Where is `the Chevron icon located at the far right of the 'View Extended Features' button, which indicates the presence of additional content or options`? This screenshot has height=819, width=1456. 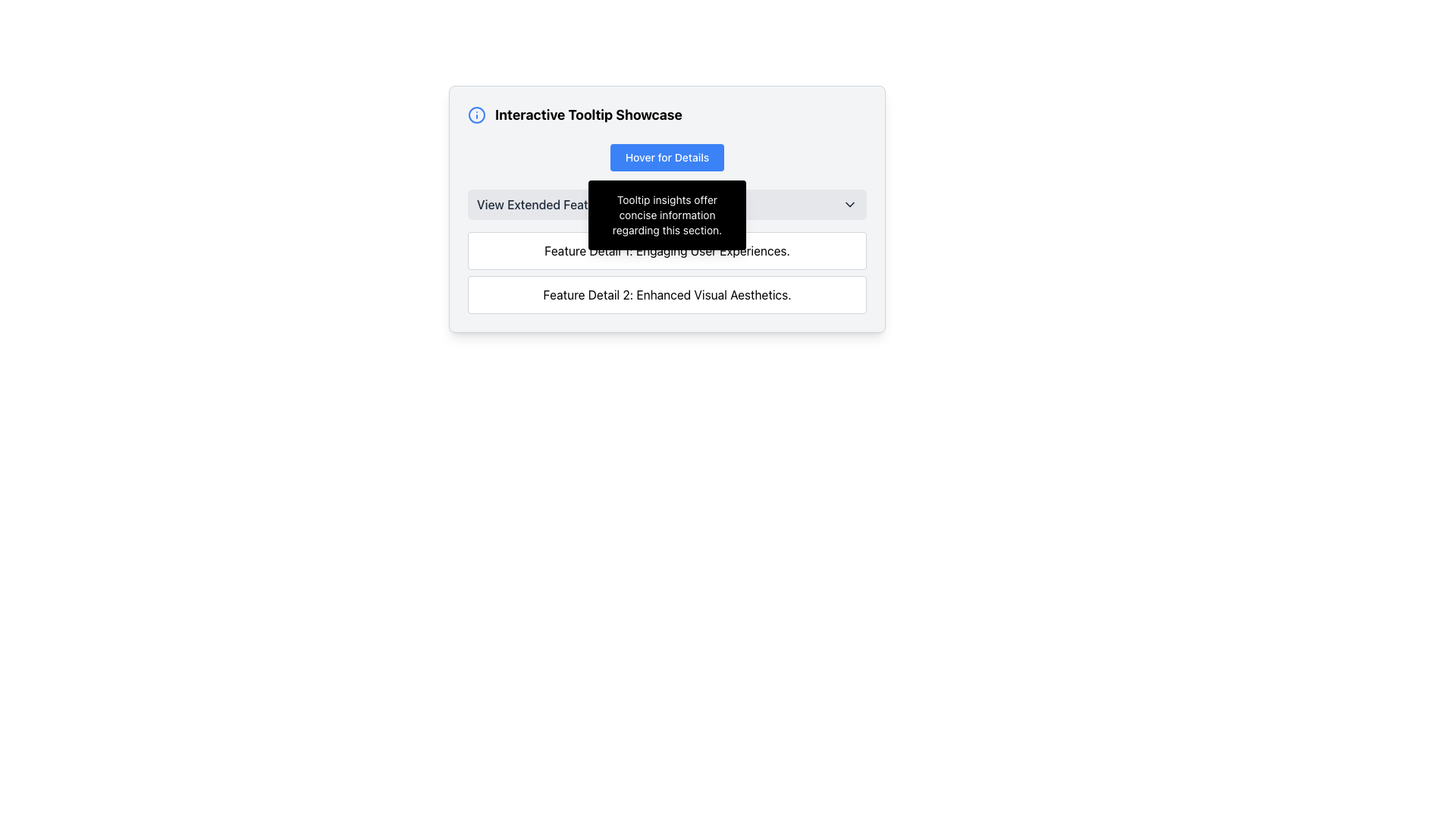
the Chevron icon located at the far right of the 'View Extended Features' button, which indicates the presence of additional content or options is located at coordinates (850, 205).